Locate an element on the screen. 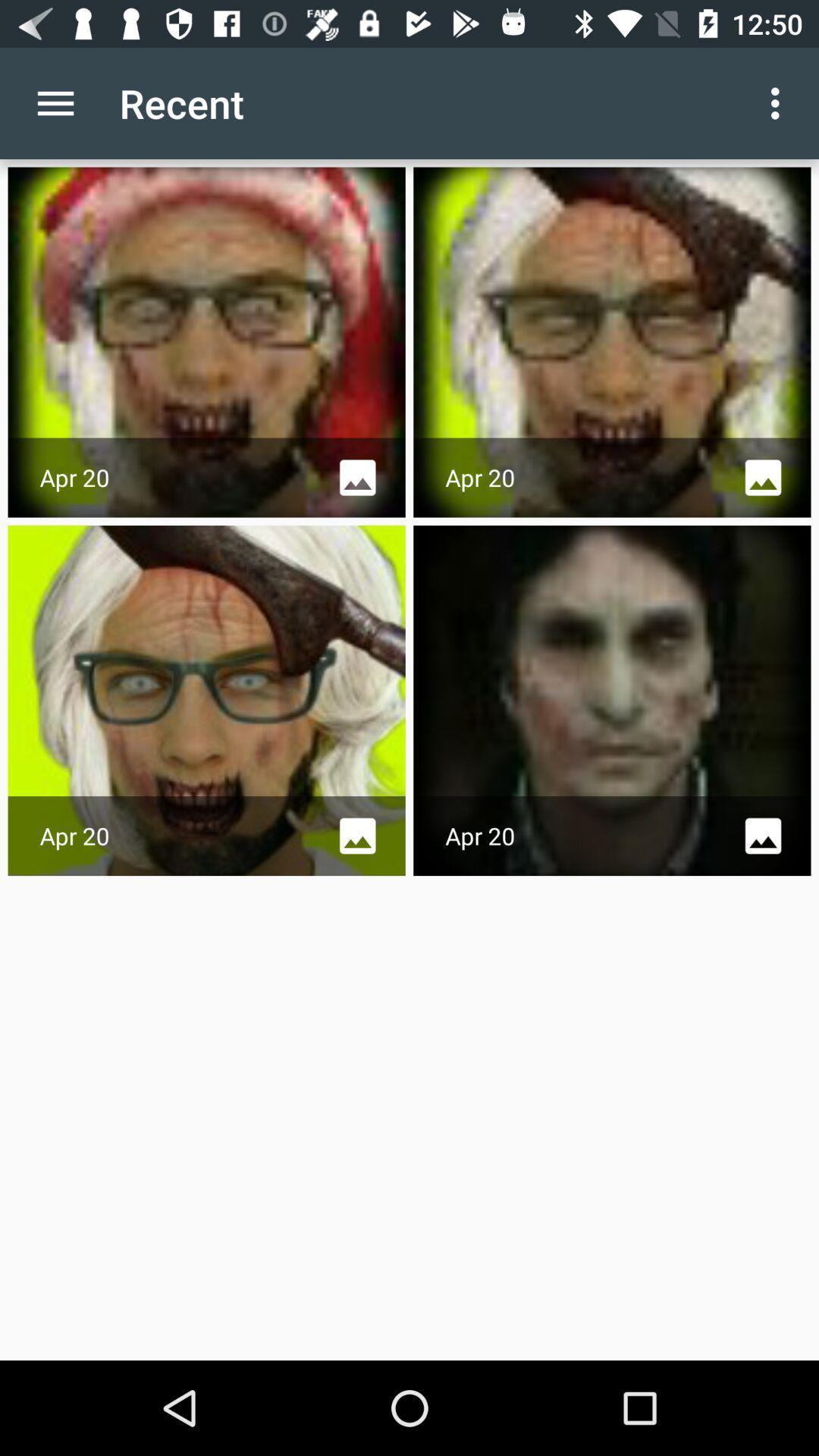 Image resolution: width=819 pixels, height=1456 pixels. the fourth image which is located at bottom right corner is located at coordinates (611, 700).